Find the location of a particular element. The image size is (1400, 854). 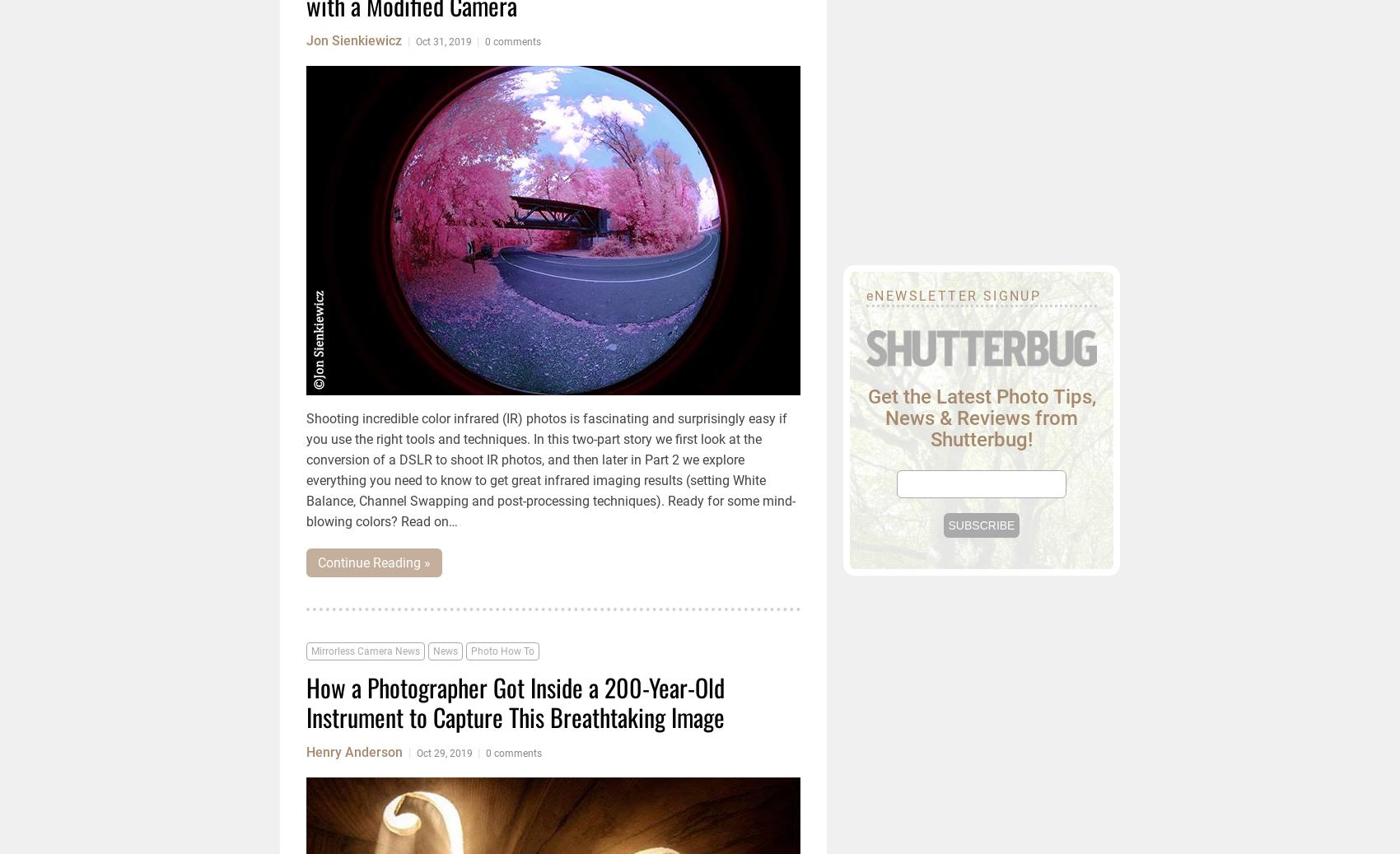

'Oct 31, 2019' is located at coordinates (416, 41).